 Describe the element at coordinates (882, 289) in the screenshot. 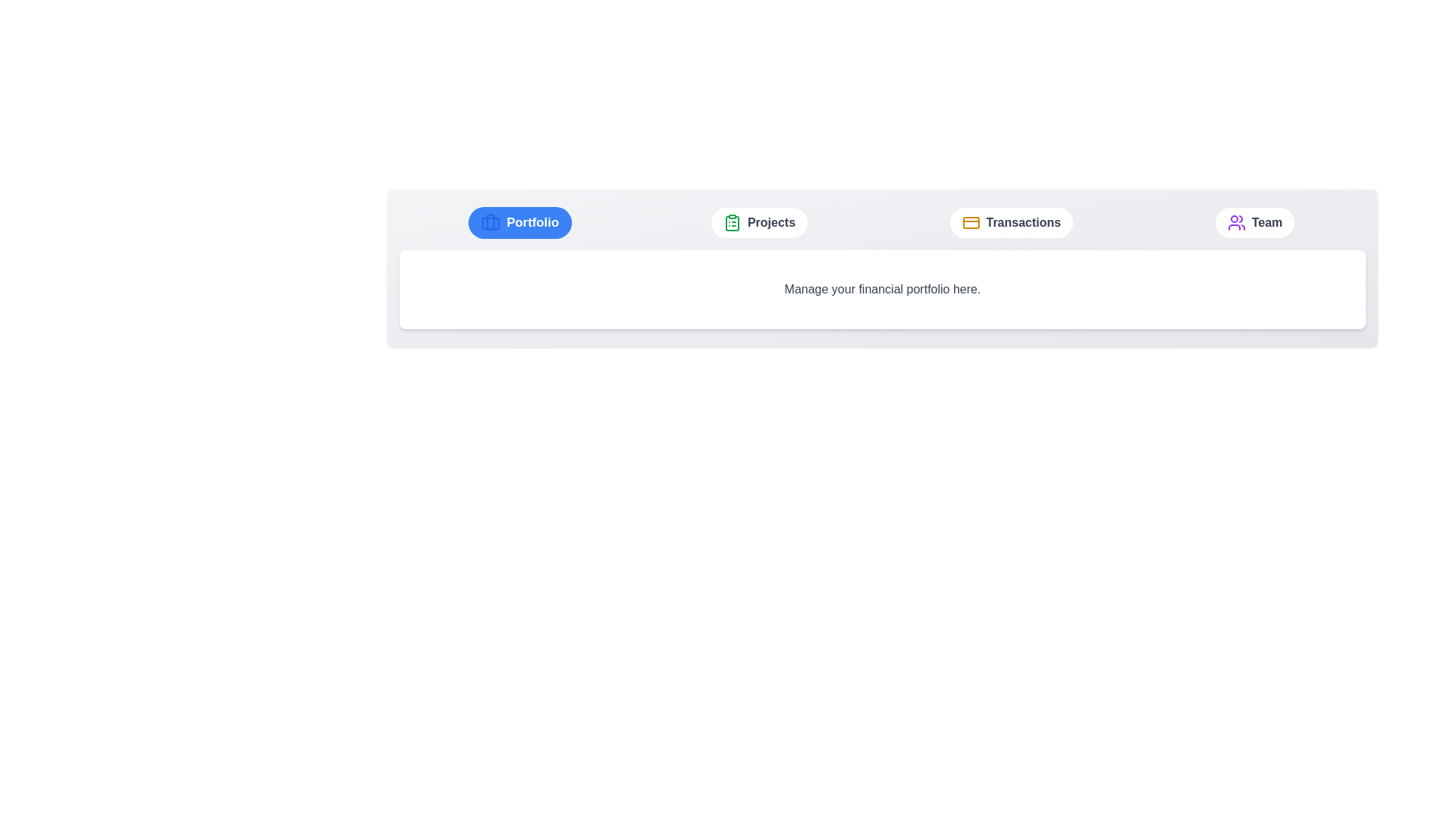

I see `the text 'Manage your financial portfolio here.'` at that location.